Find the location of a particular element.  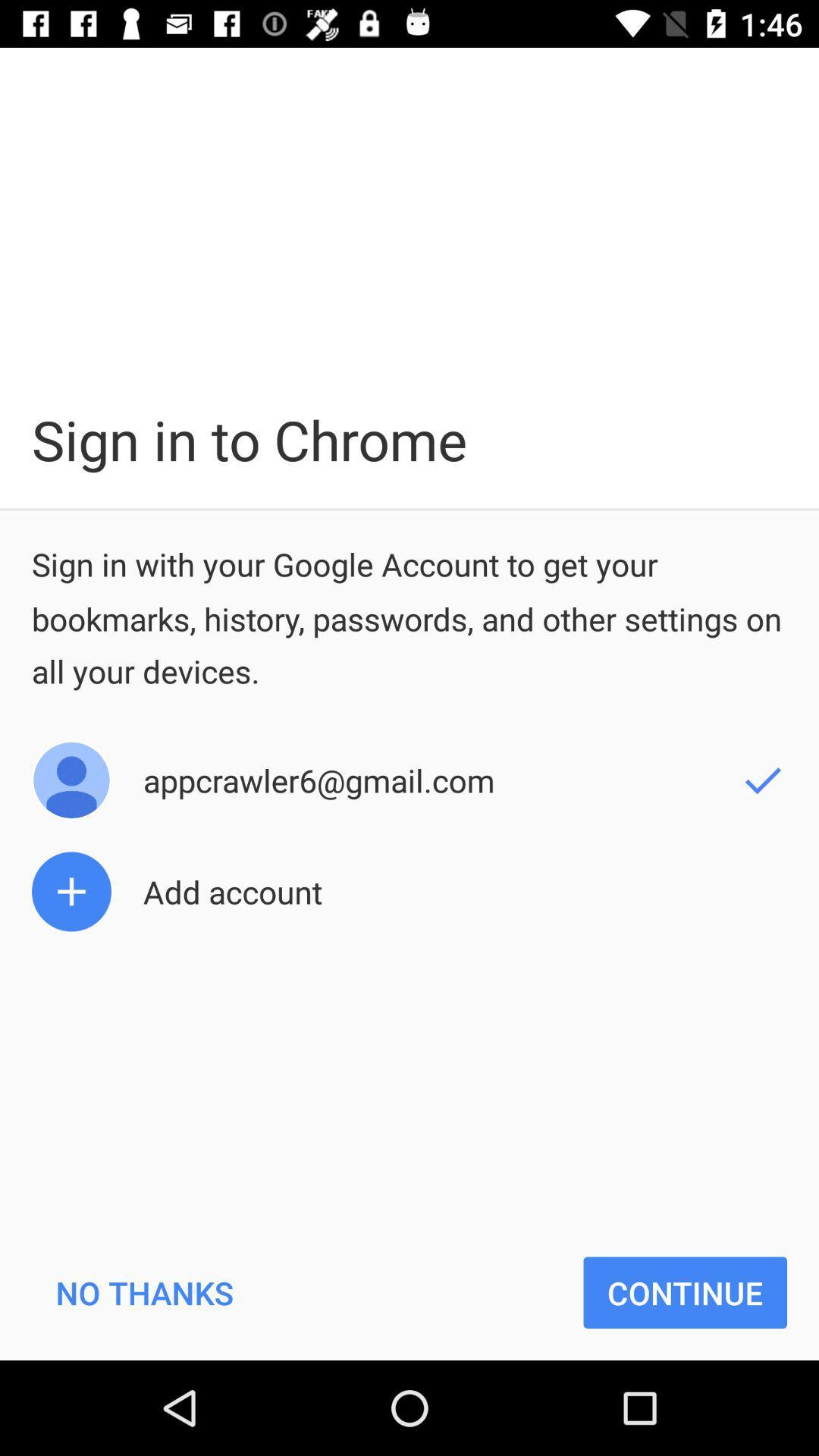

continue icon is located at coordinates (685, 1291).